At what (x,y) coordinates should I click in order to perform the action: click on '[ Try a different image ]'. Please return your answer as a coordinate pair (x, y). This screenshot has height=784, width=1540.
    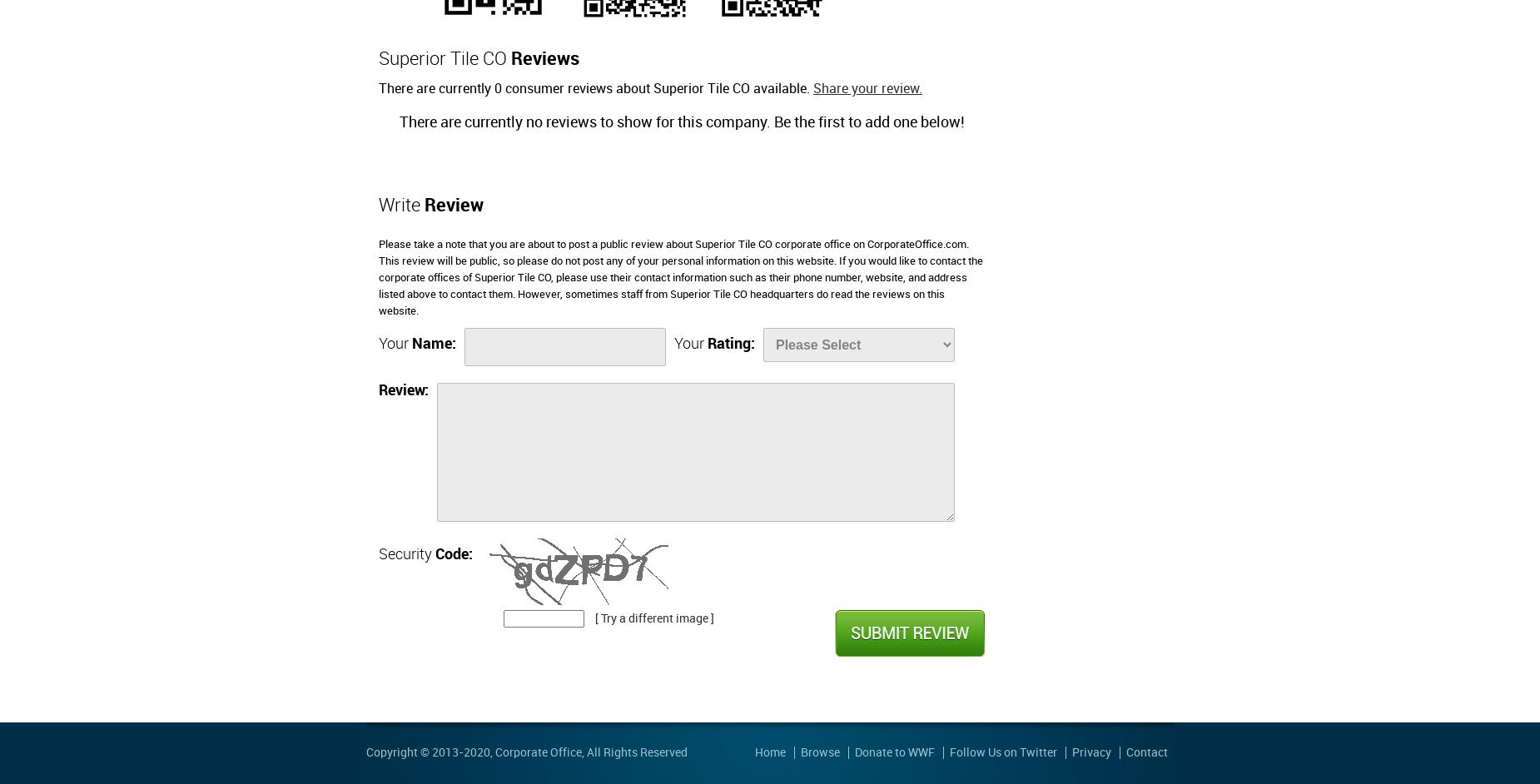
    Looking at the image, I should click on (654, 618).